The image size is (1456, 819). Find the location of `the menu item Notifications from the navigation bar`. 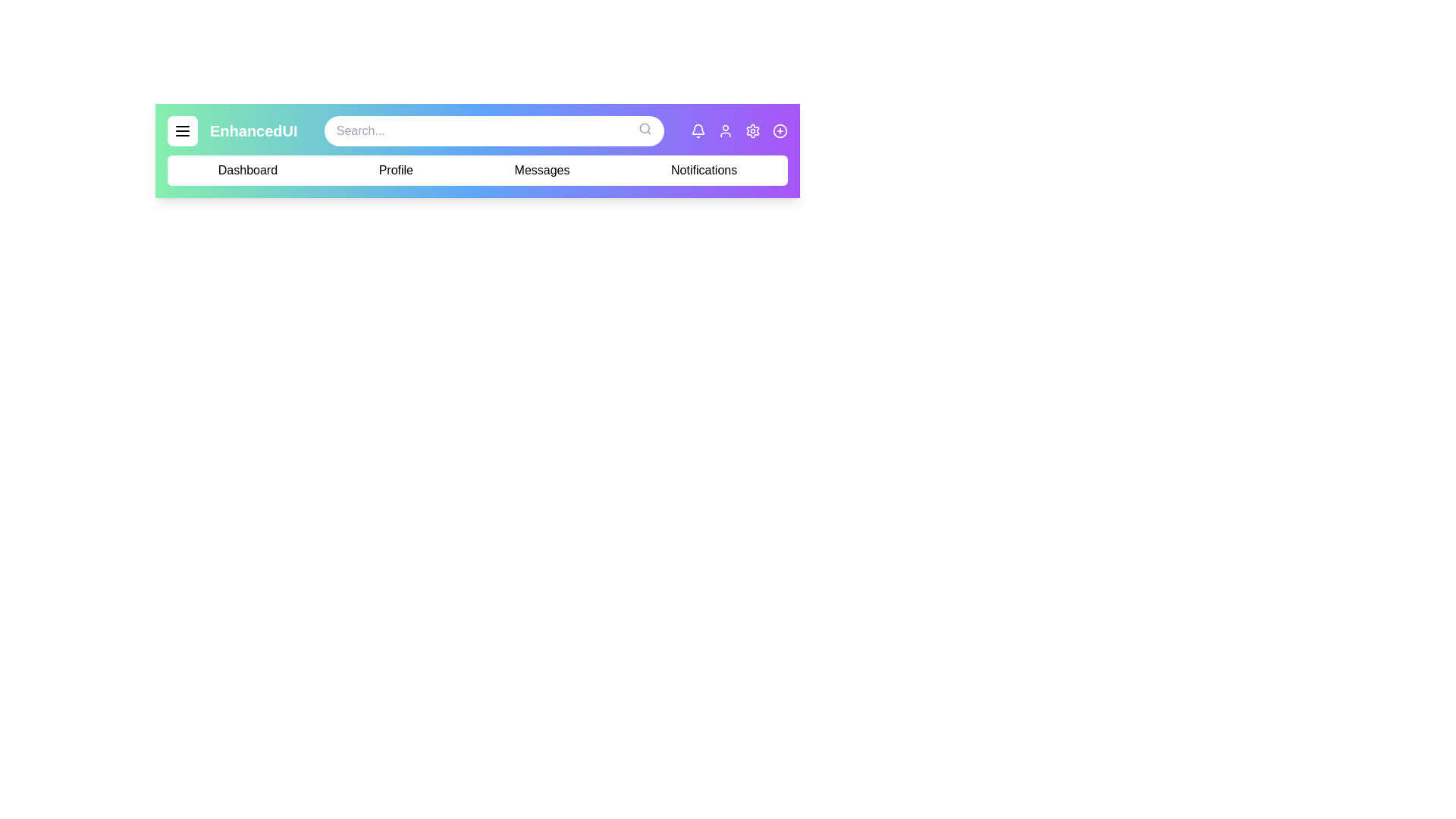

the menu item Notifications from the navigation bar is located at coordinates (703, 170).